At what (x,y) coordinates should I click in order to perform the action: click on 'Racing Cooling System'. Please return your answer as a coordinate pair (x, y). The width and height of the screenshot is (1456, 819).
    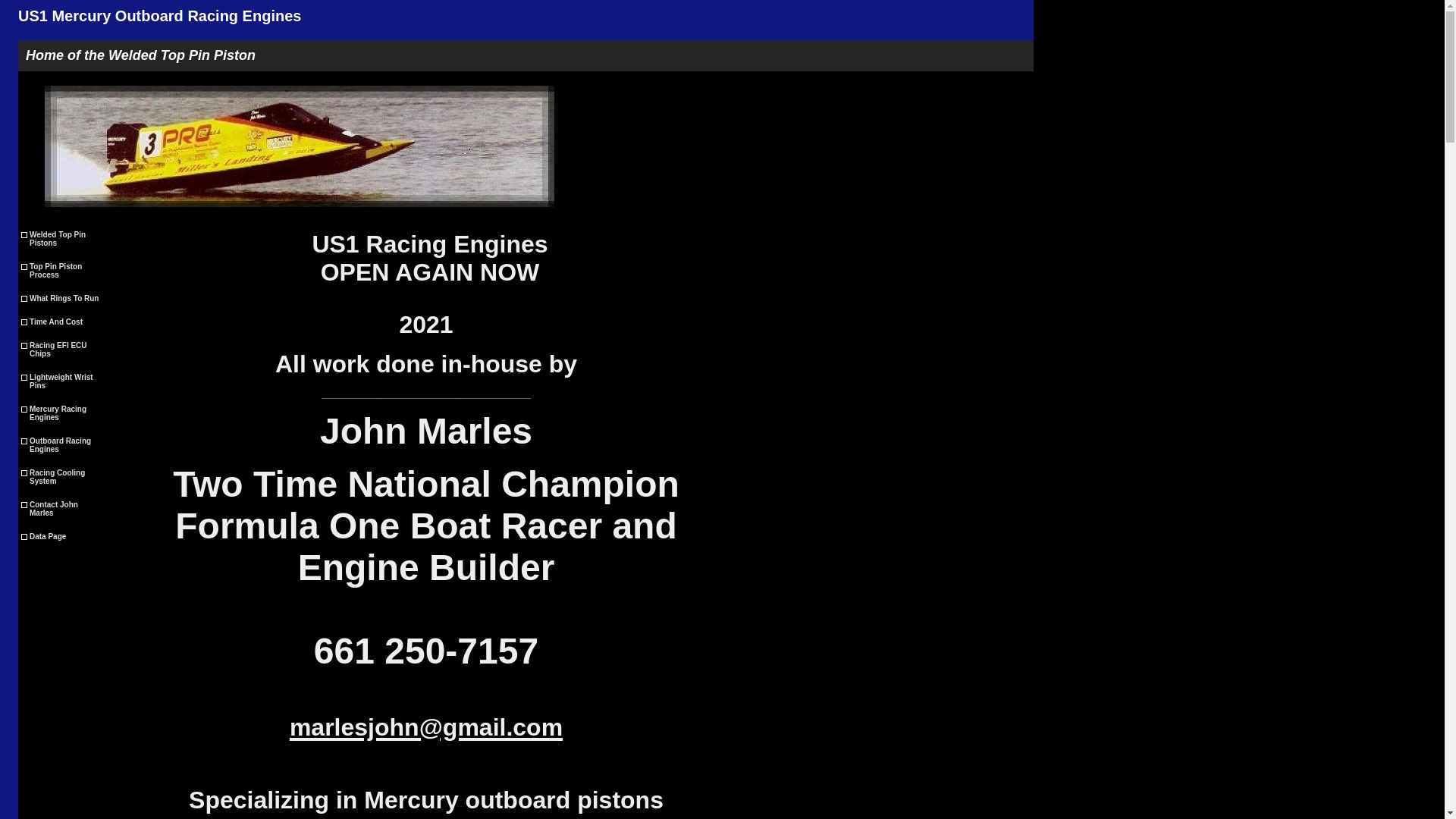
    Looking at the image, I should click on (62, 475).